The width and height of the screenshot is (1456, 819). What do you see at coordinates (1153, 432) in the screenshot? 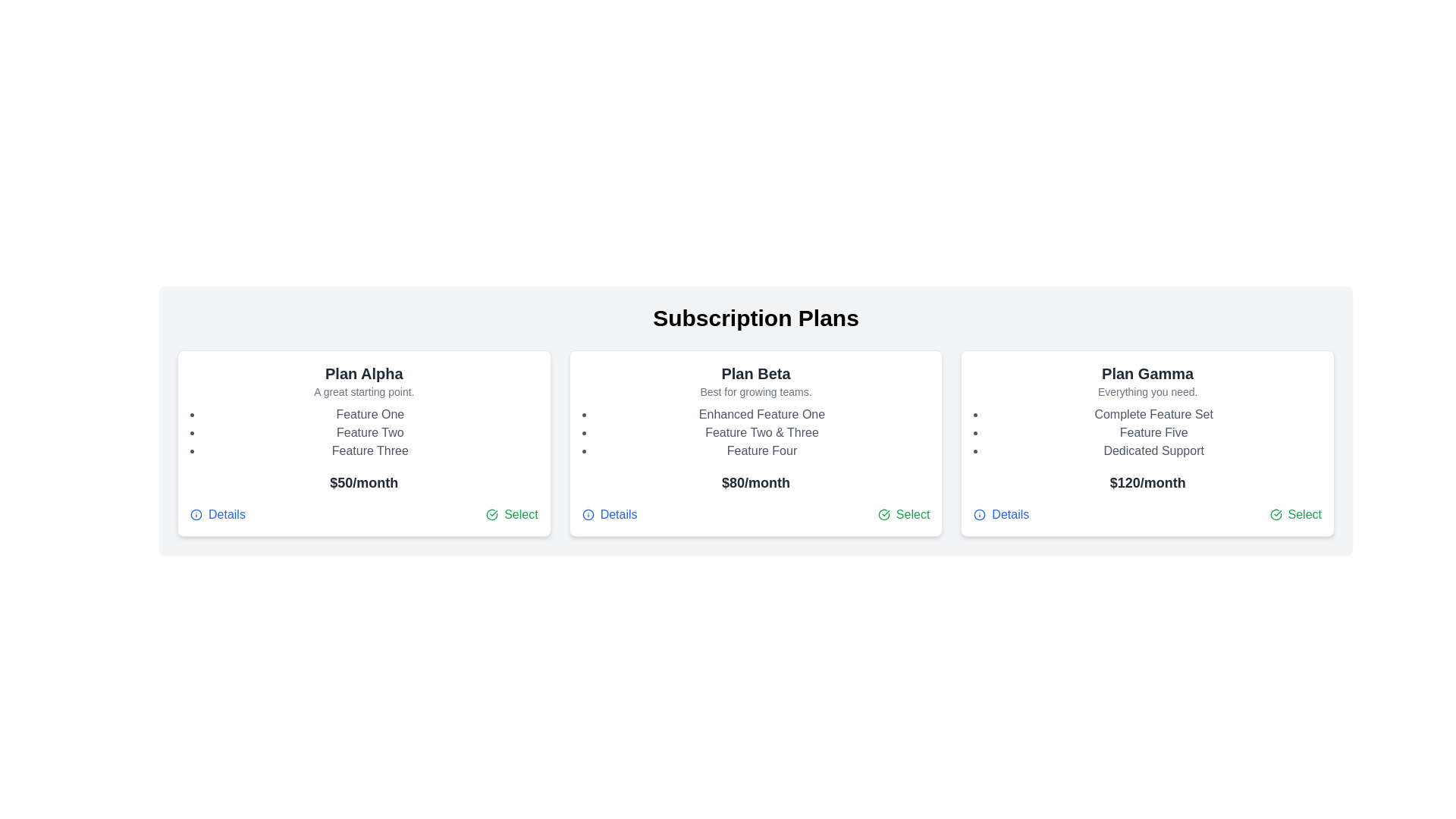
I see `the text list containing the items 'Complete Feature Set,' 'Feature Five,' and 'Dedicated Support' located below the header 'Plan Gamma' within the 'Plan Gamma' subscription card` at bounding box center [1153, 432].